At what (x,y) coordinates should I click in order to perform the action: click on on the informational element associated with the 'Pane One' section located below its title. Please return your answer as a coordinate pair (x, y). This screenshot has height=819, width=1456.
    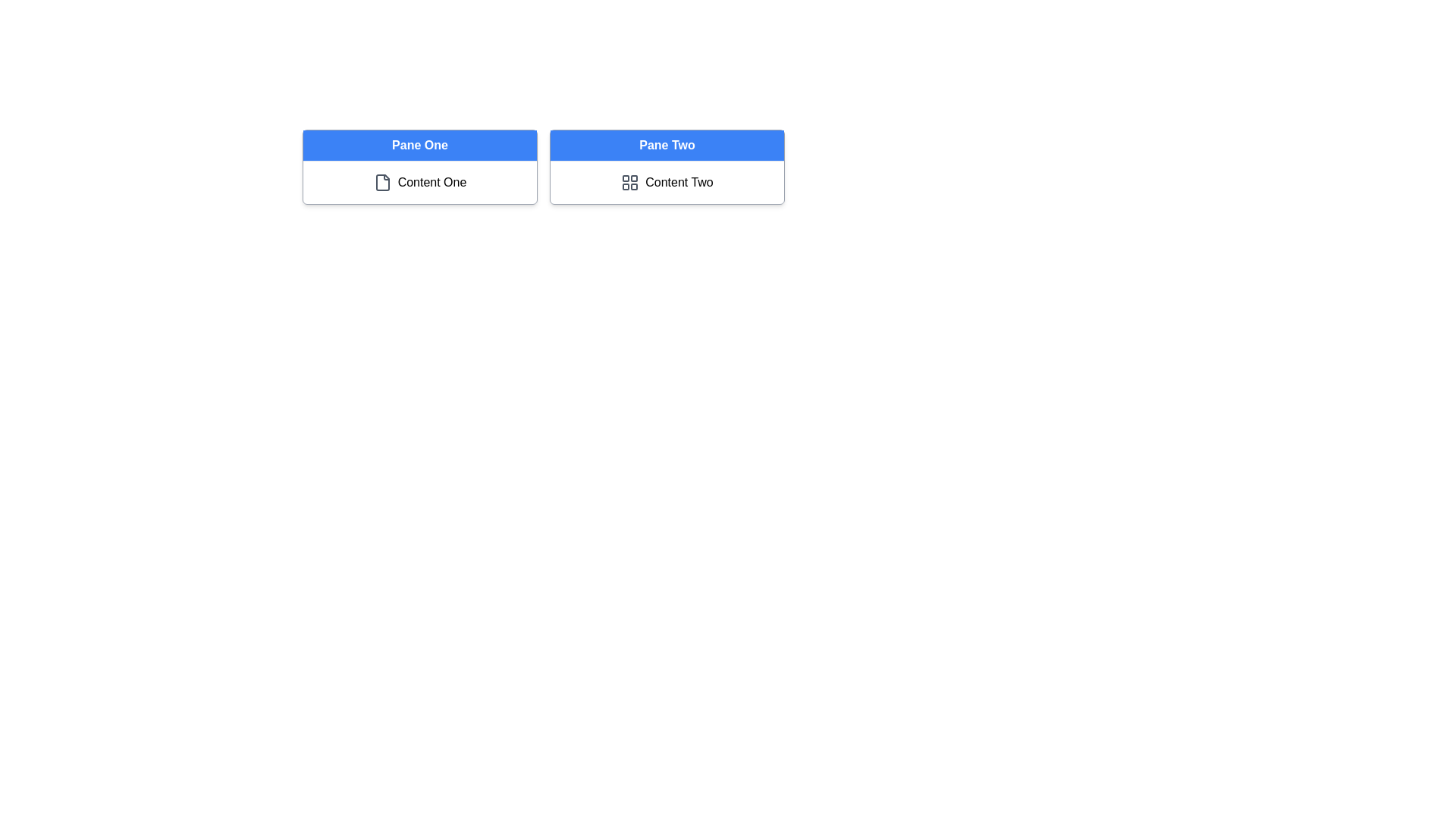
    Looking at the image, I should click on (419, 180).